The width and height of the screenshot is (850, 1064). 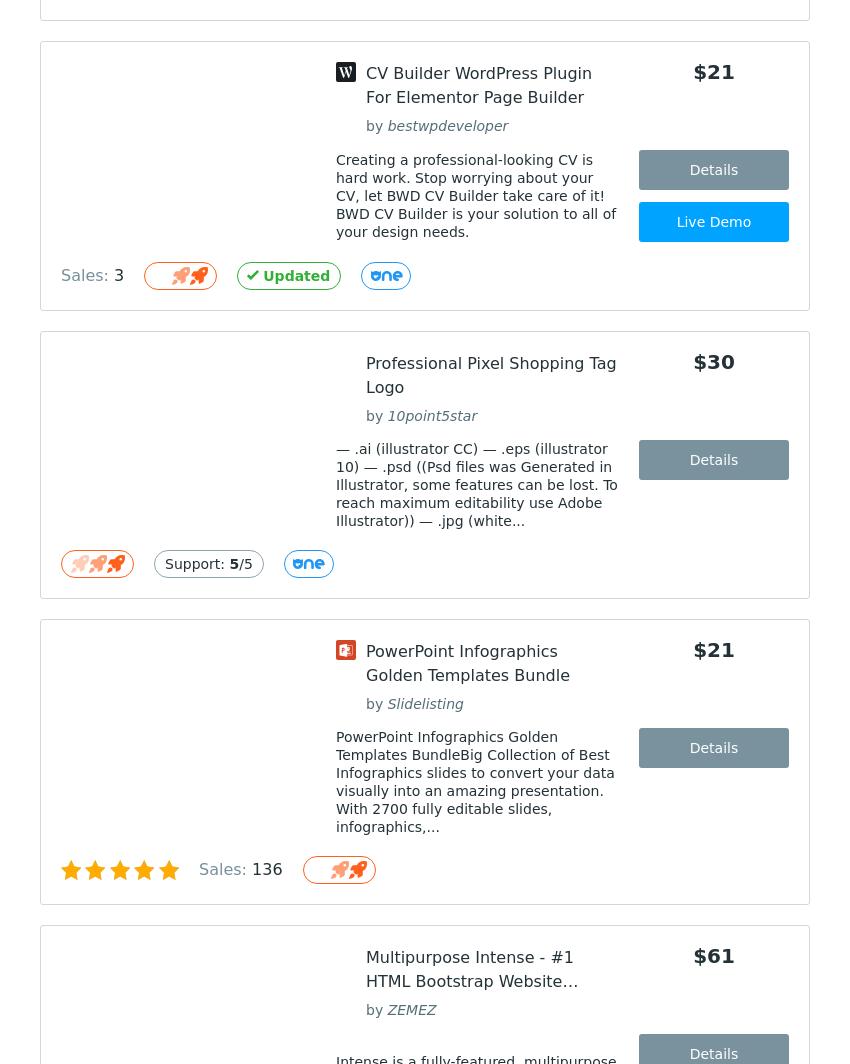 What do you see at coordinates (118, 275) in the screenshot?
I see `'3'` at bounding box center [118, 275].